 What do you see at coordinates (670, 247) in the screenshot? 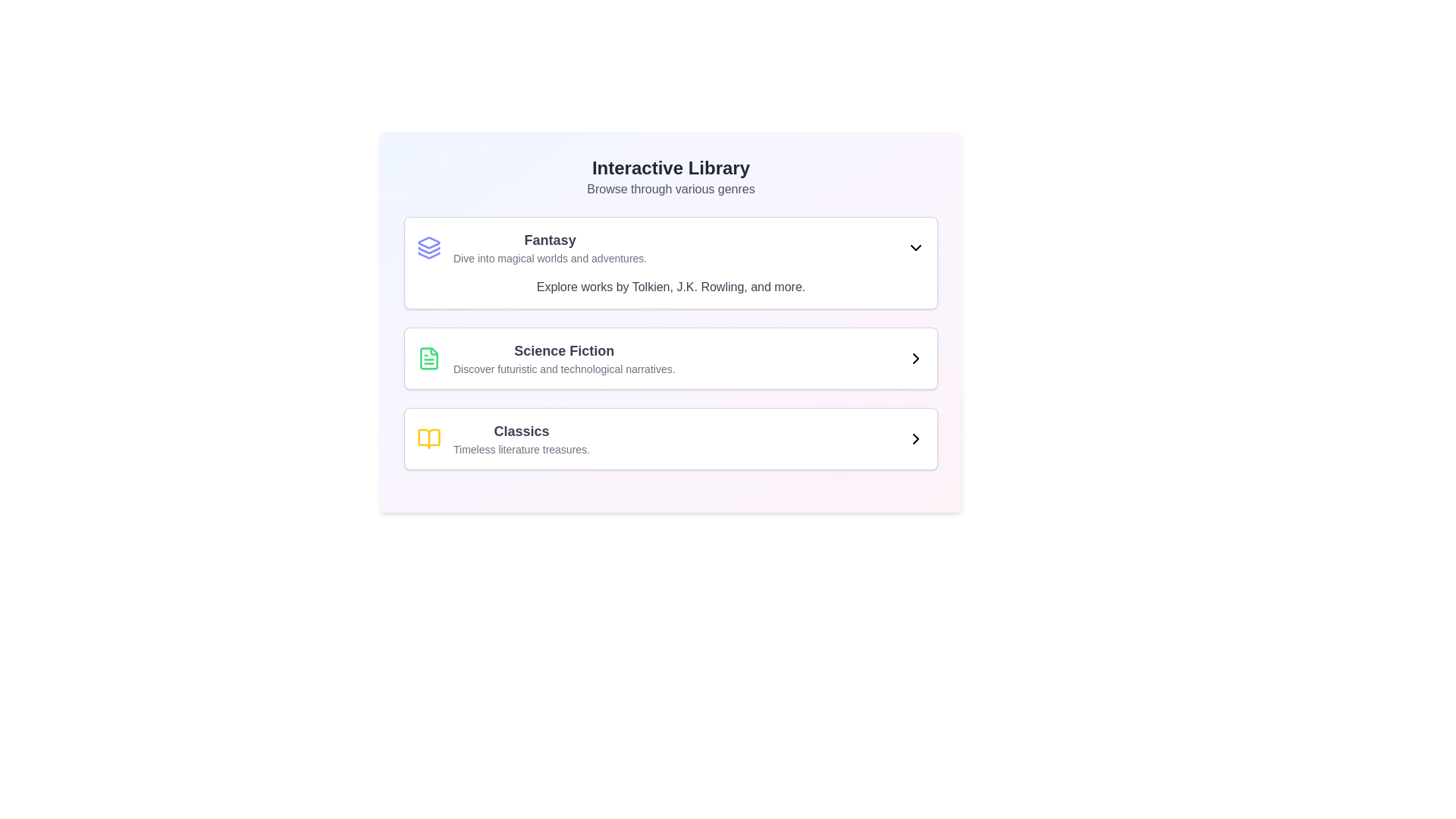
I see `the chevron on the 'Fantasy' genre option` at bounding box center [670, 247].